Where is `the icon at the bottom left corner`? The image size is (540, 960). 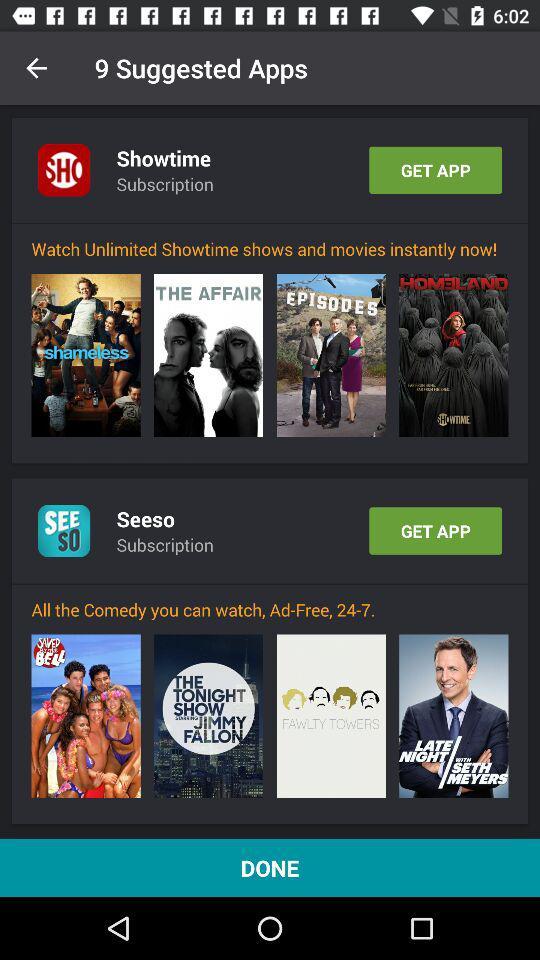 the icon at the bottom left corner is located at coordinates (85, 716).